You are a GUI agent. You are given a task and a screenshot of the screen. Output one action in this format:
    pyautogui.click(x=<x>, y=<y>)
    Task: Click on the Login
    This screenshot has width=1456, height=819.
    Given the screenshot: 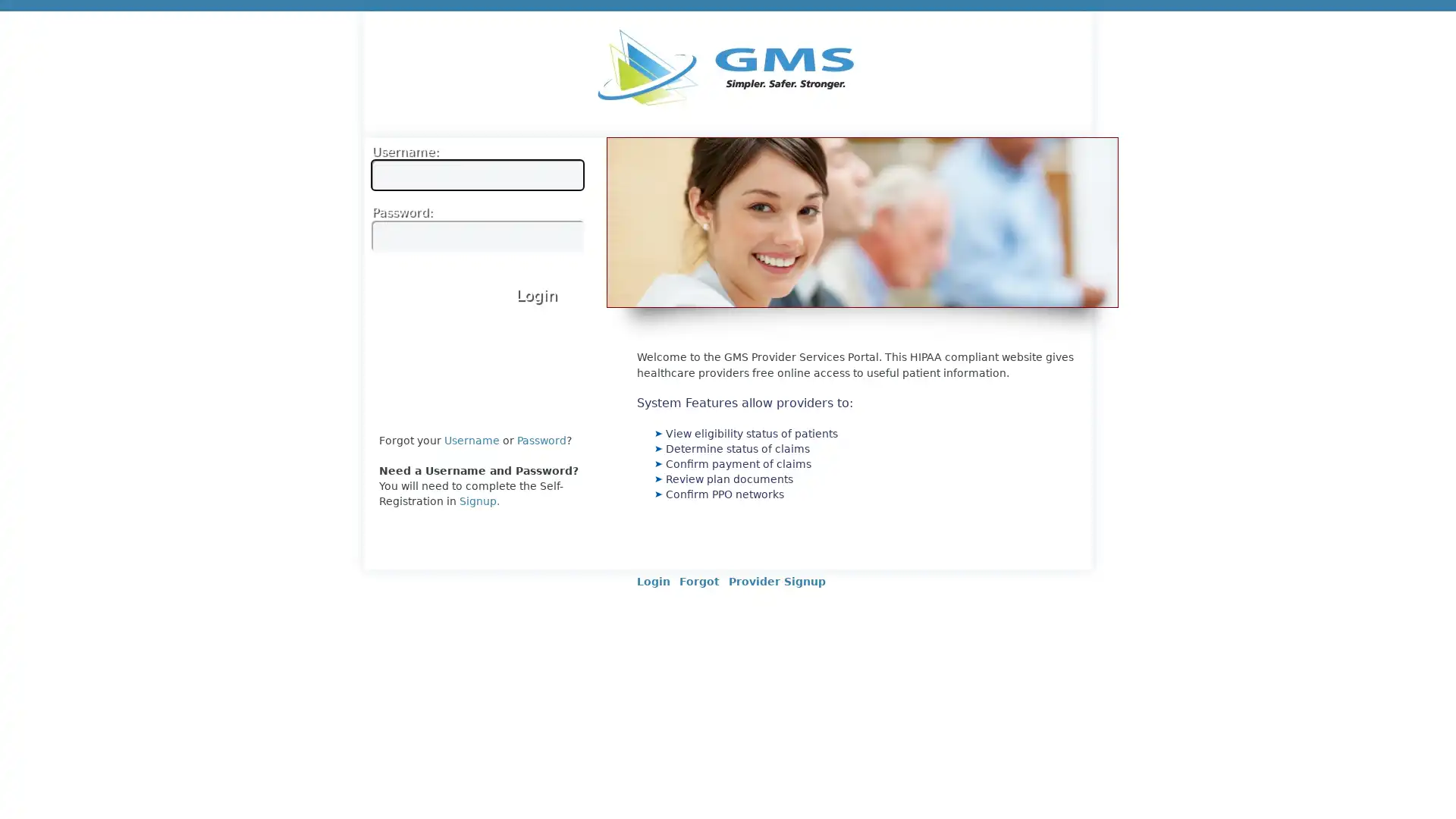 What is the action you would take?
    pyautogui.click(x=536, y=294)
    